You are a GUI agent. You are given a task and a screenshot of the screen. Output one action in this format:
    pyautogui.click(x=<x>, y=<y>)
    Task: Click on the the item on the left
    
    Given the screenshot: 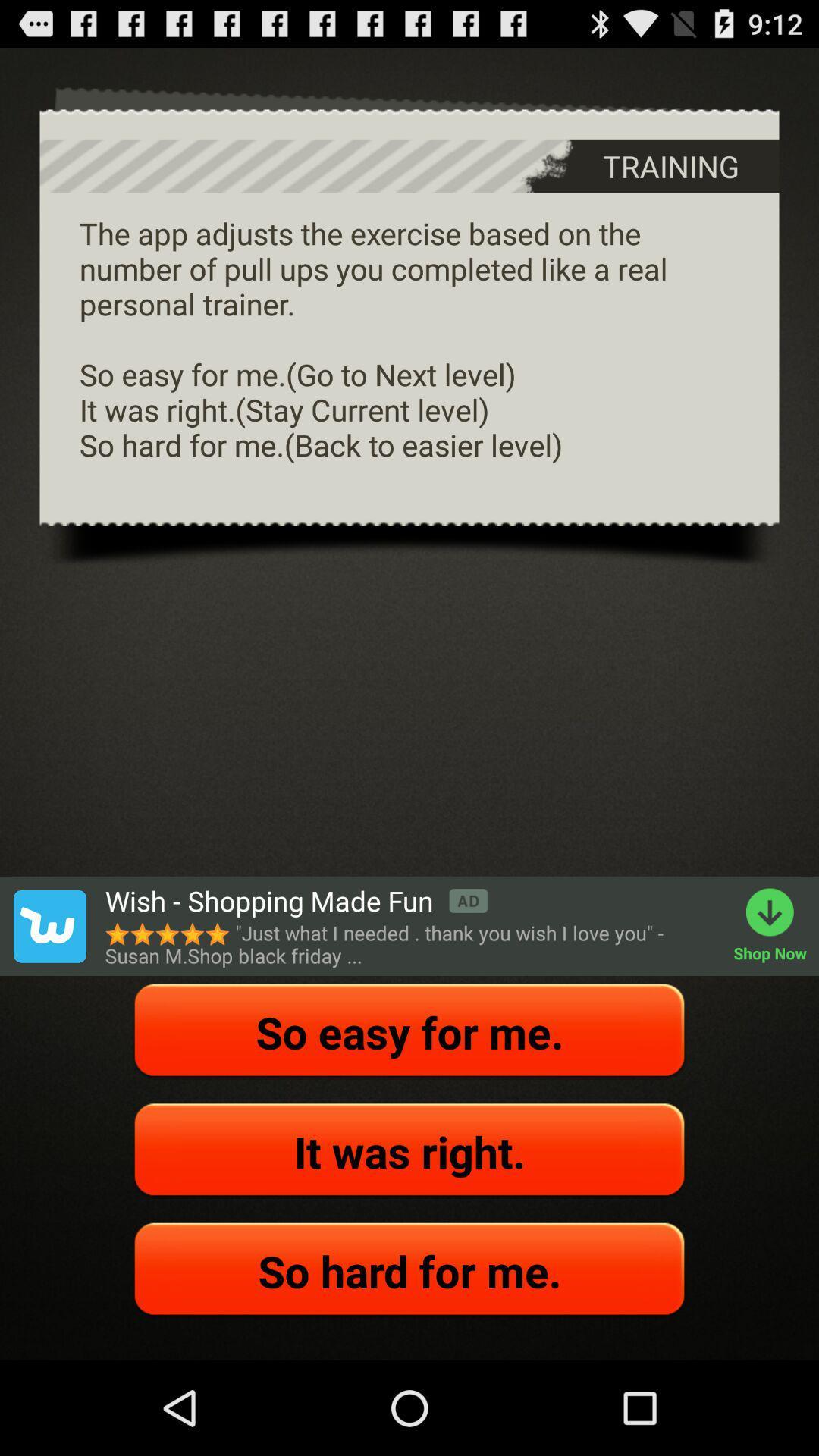 What is the action you would take?
    pyautogui.click(x=49, y=925)
    